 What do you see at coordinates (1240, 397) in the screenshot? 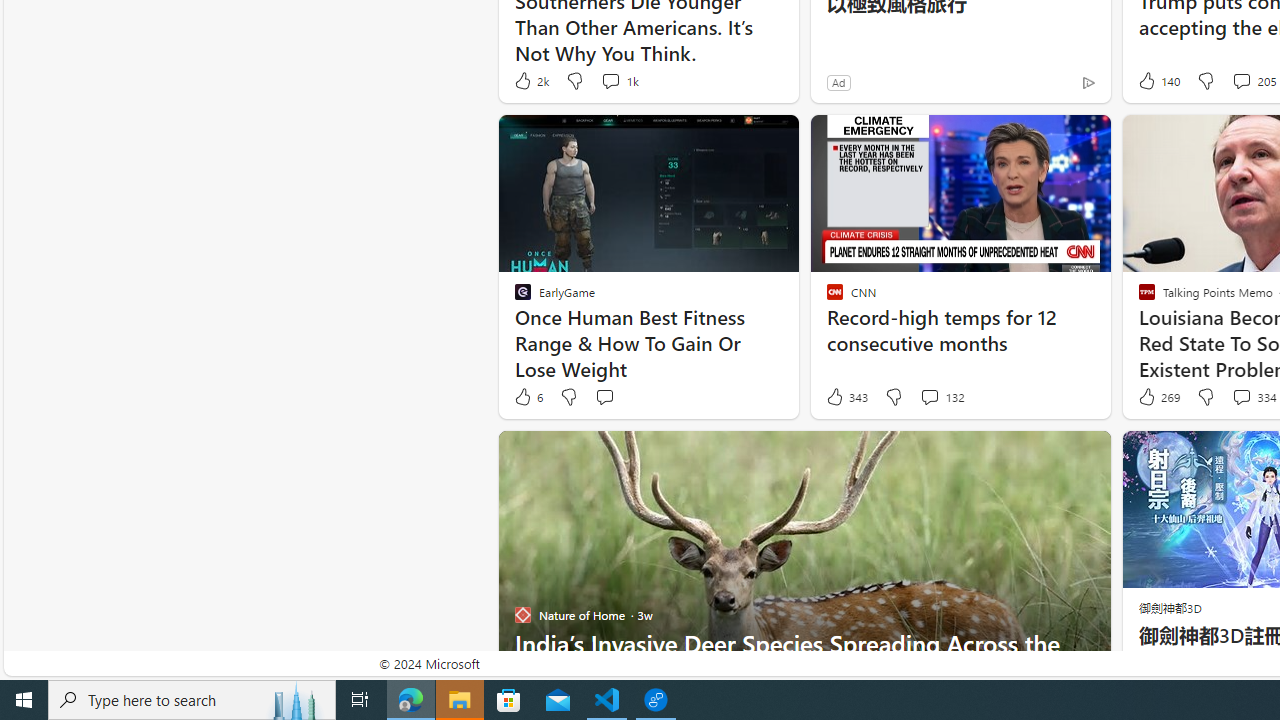
I see `'View comments 334 Comment'` at bounding box center [1240, 397].